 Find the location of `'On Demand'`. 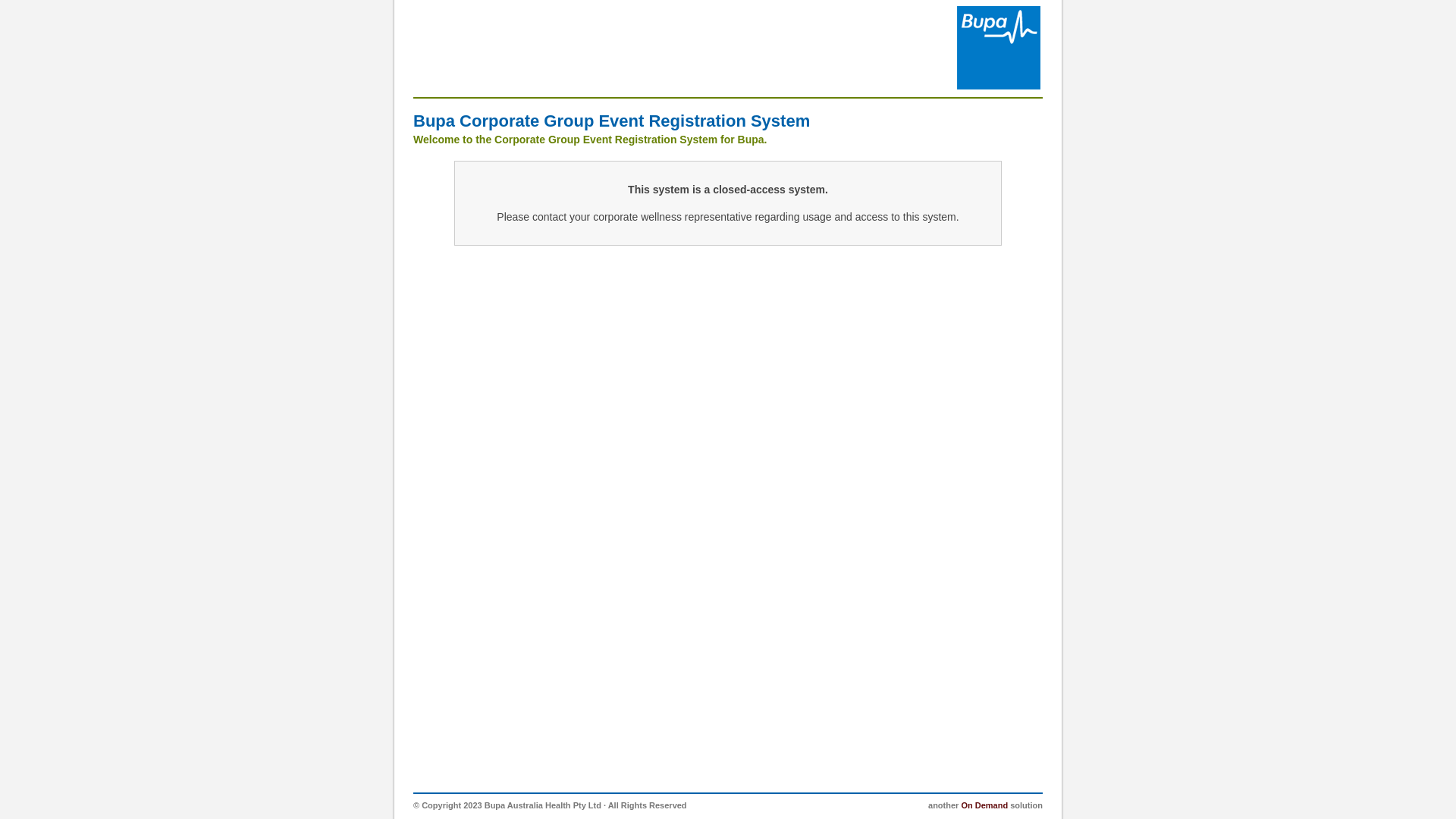

'On Demand' is located at coordinates (984, 804).